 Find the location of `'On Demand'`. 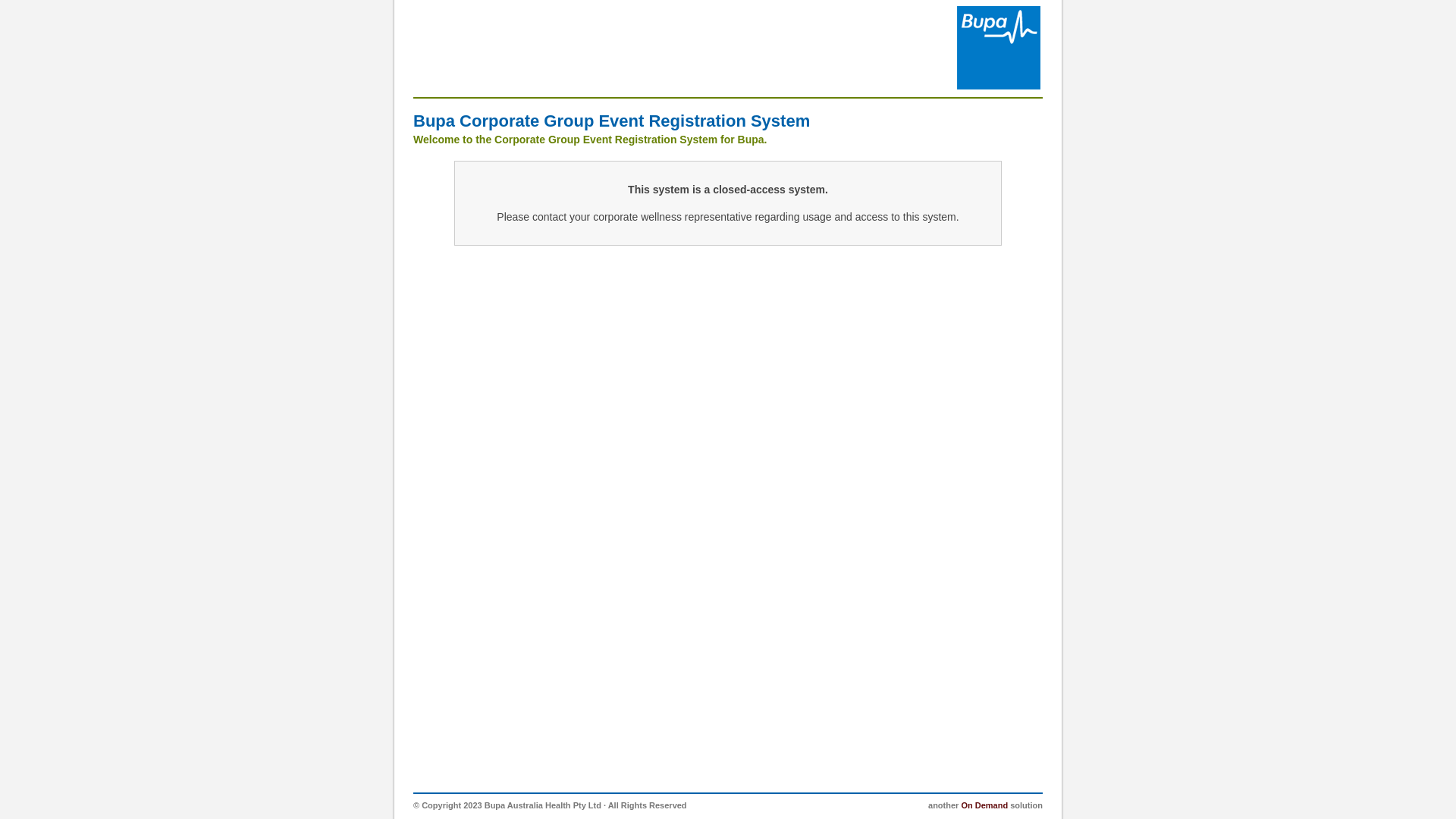

'On Demand' is located at coordinates (984, 804).